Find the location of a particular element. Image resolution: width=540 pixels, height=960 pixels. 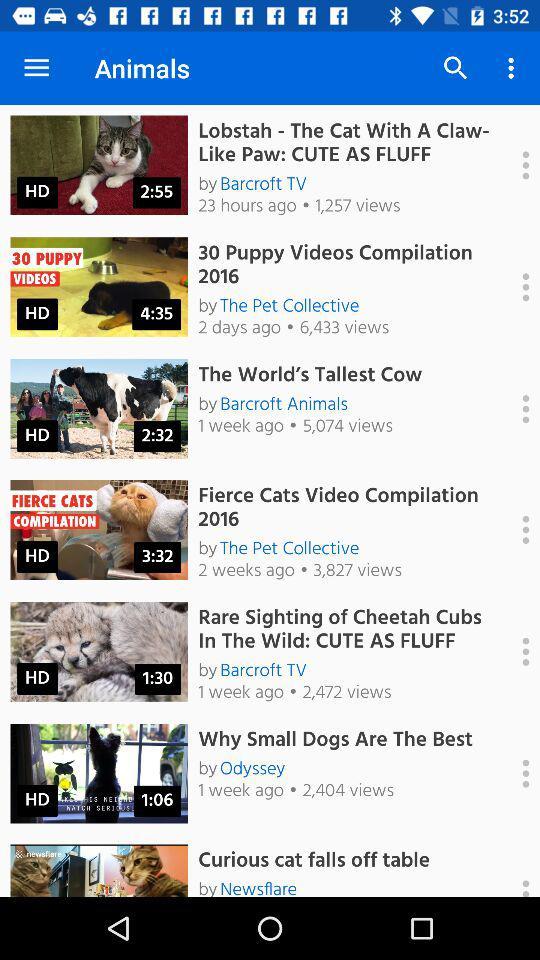

more options is located at coordinates (515, 286).